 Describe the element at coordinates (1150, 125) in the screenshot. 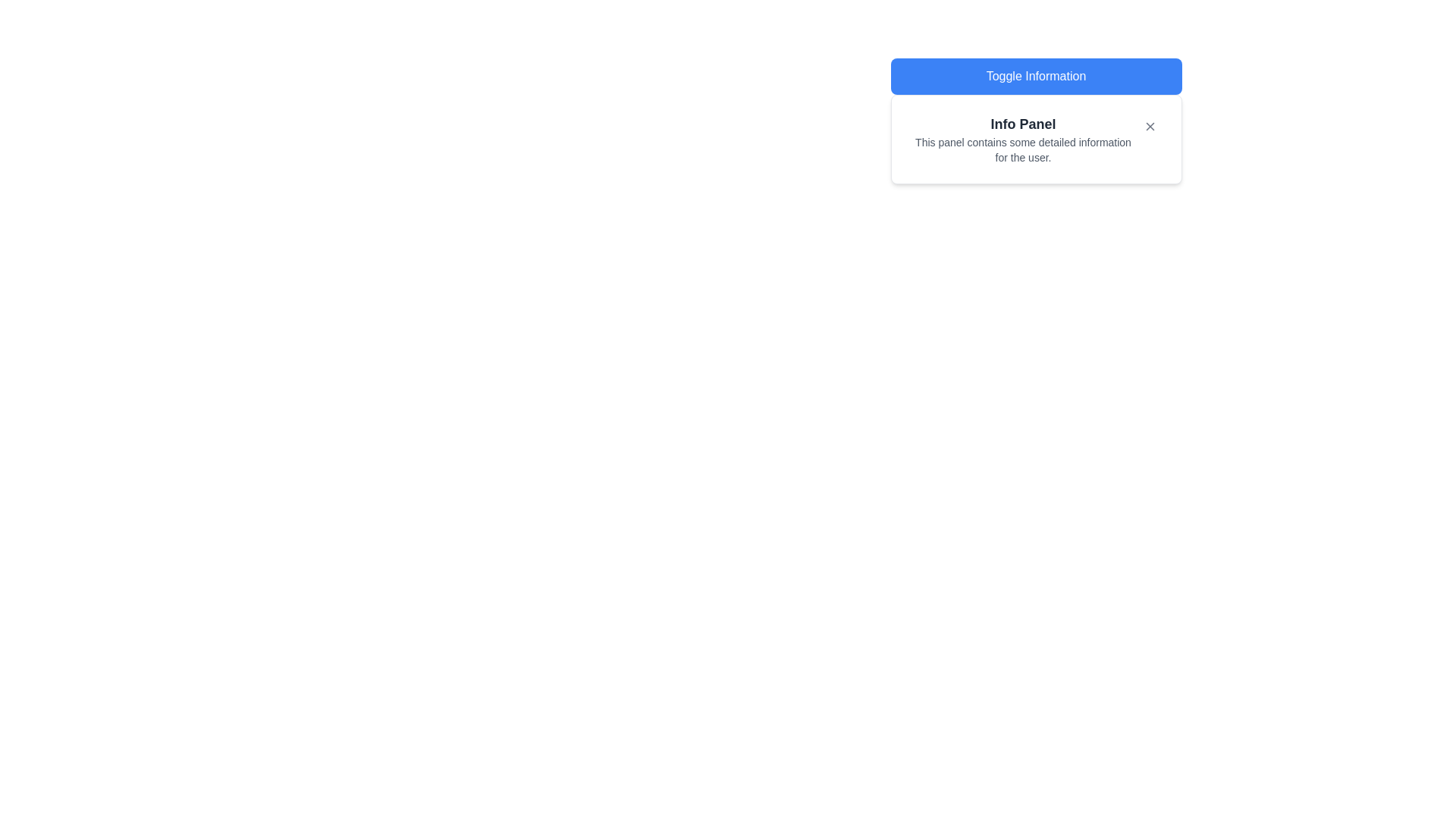

I see `the button in the top-right corner of the 'Info Panel'` at that location.